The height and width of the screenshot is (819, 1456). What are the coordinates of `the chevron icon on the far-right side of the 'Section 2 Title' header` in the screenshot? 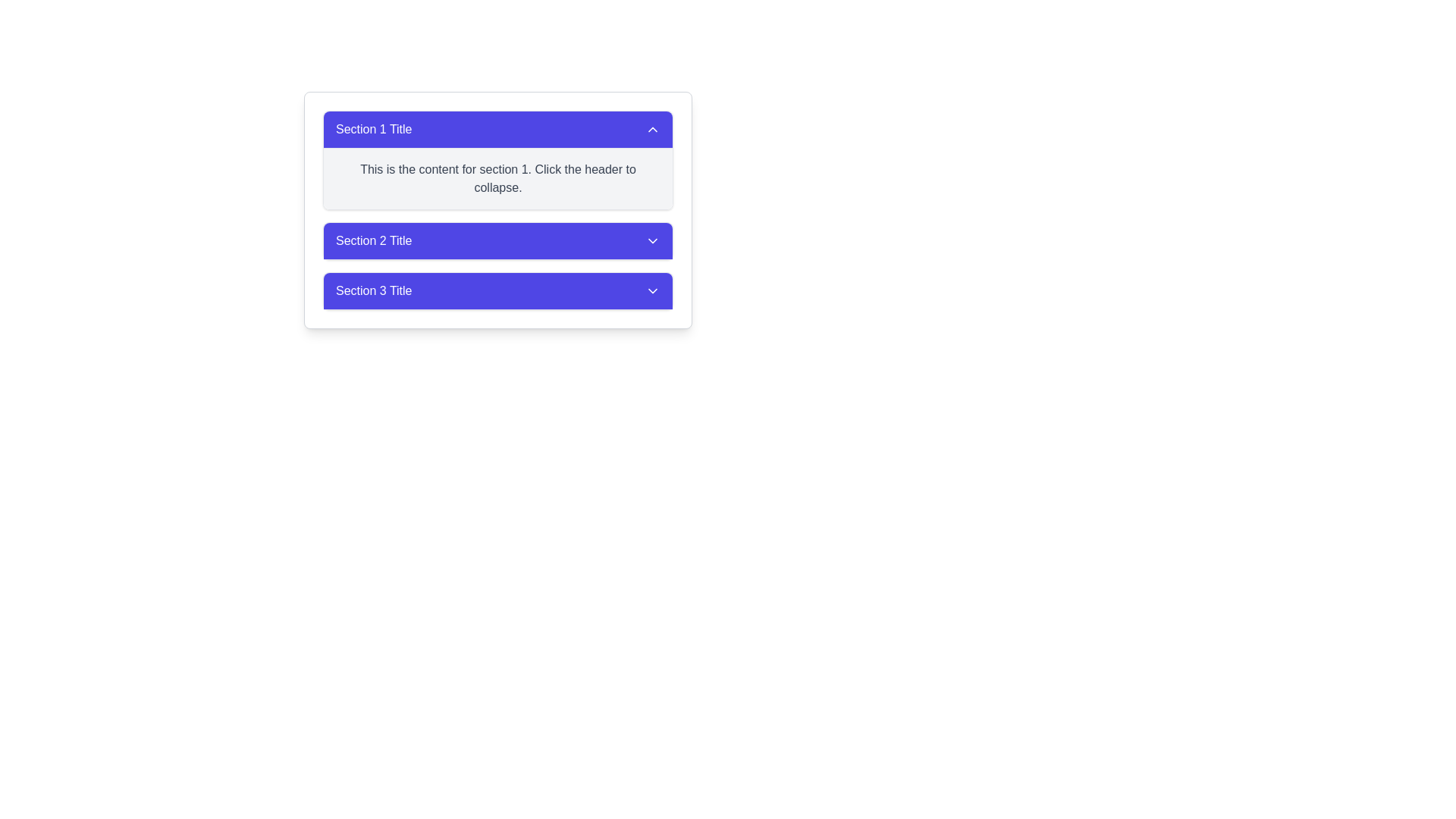 It's located at (652, 240).